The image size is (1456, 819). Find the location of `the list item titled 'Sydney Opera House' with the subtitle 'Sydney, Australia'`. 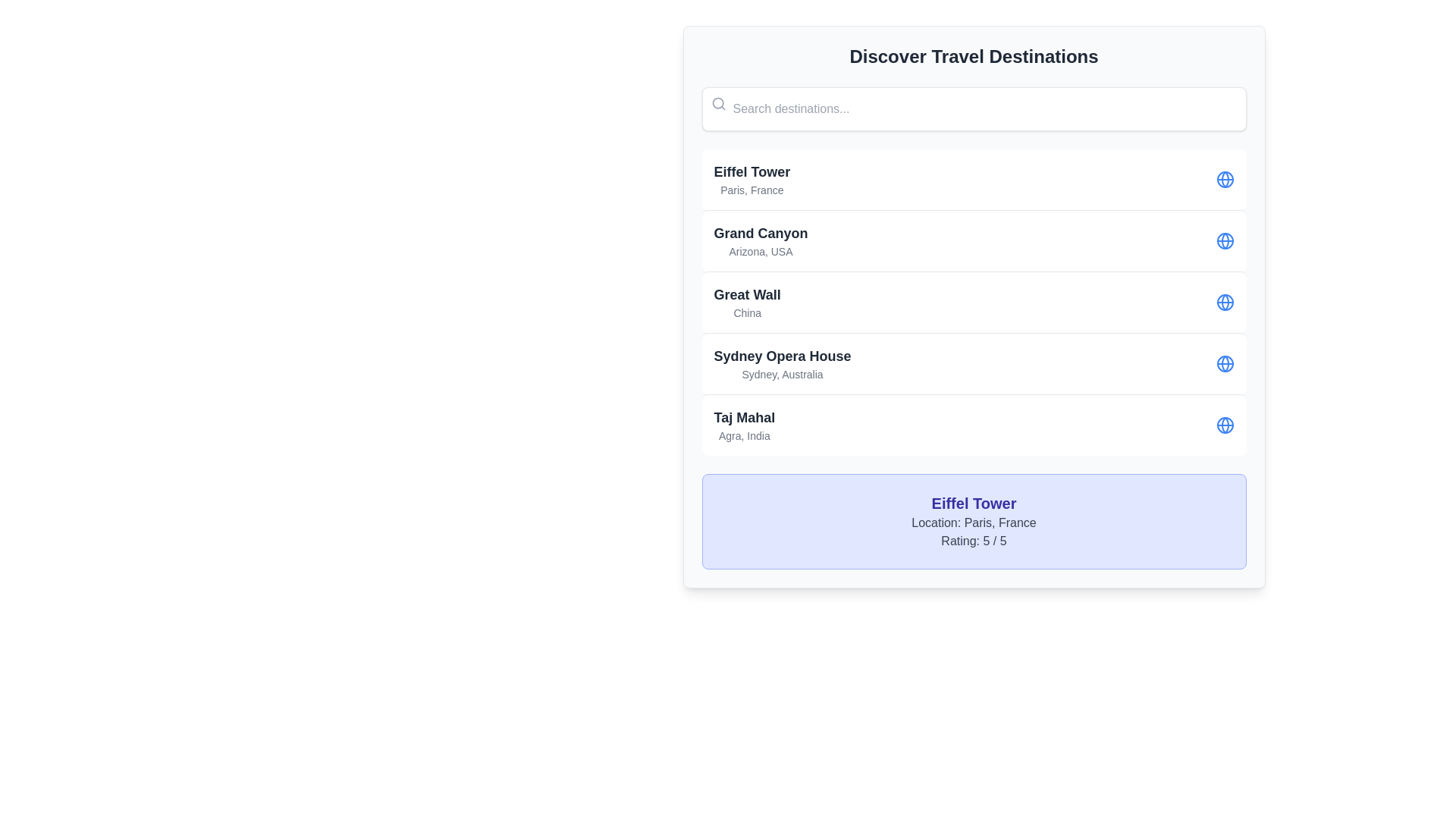

the list item titled 'Sydney Opera House' with the subtitle 'Sydney, Australia' is located at coordinates (974, 363).